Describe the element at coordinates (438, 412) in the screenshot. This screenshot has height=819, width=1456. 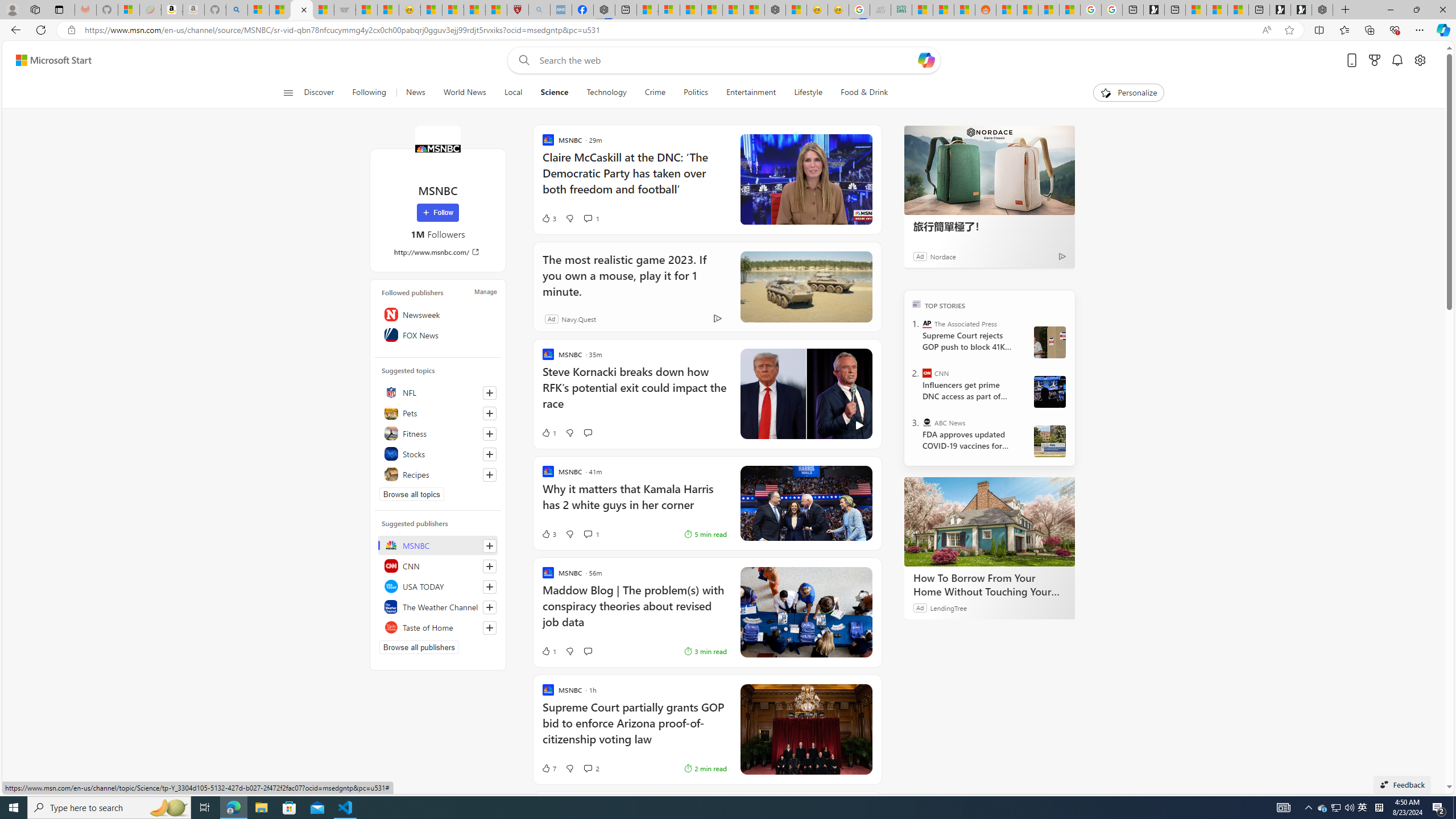
I see `'Pets'` at that location.